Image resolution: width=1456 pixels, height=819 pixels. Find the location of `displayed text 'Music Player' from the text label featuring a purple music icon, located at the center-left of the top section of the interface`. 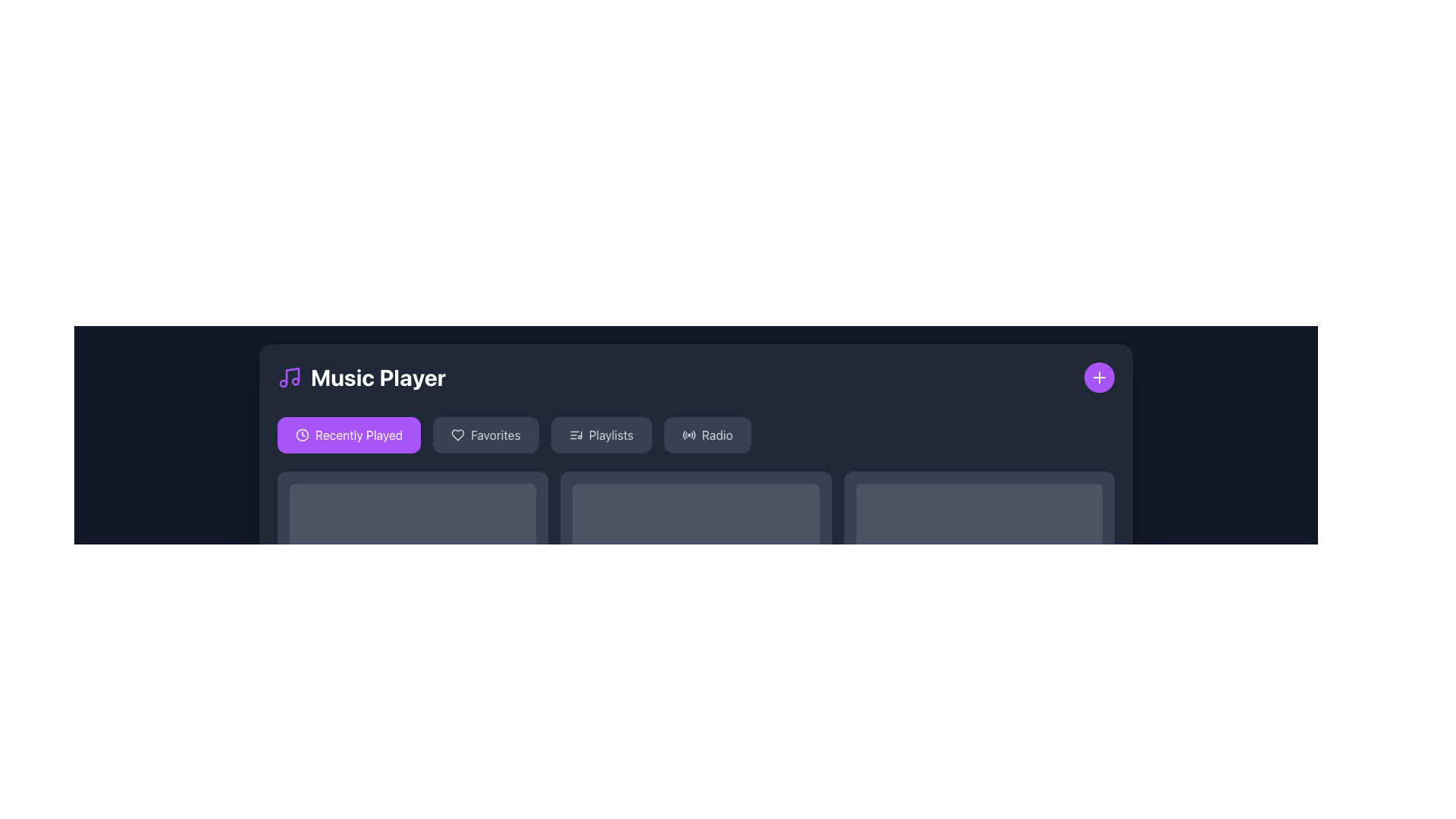

displayed text 'Music Player' from the text label featuring a purple music icon, located at the center-left of the top section of the interface is located at coordinates (361, 376).